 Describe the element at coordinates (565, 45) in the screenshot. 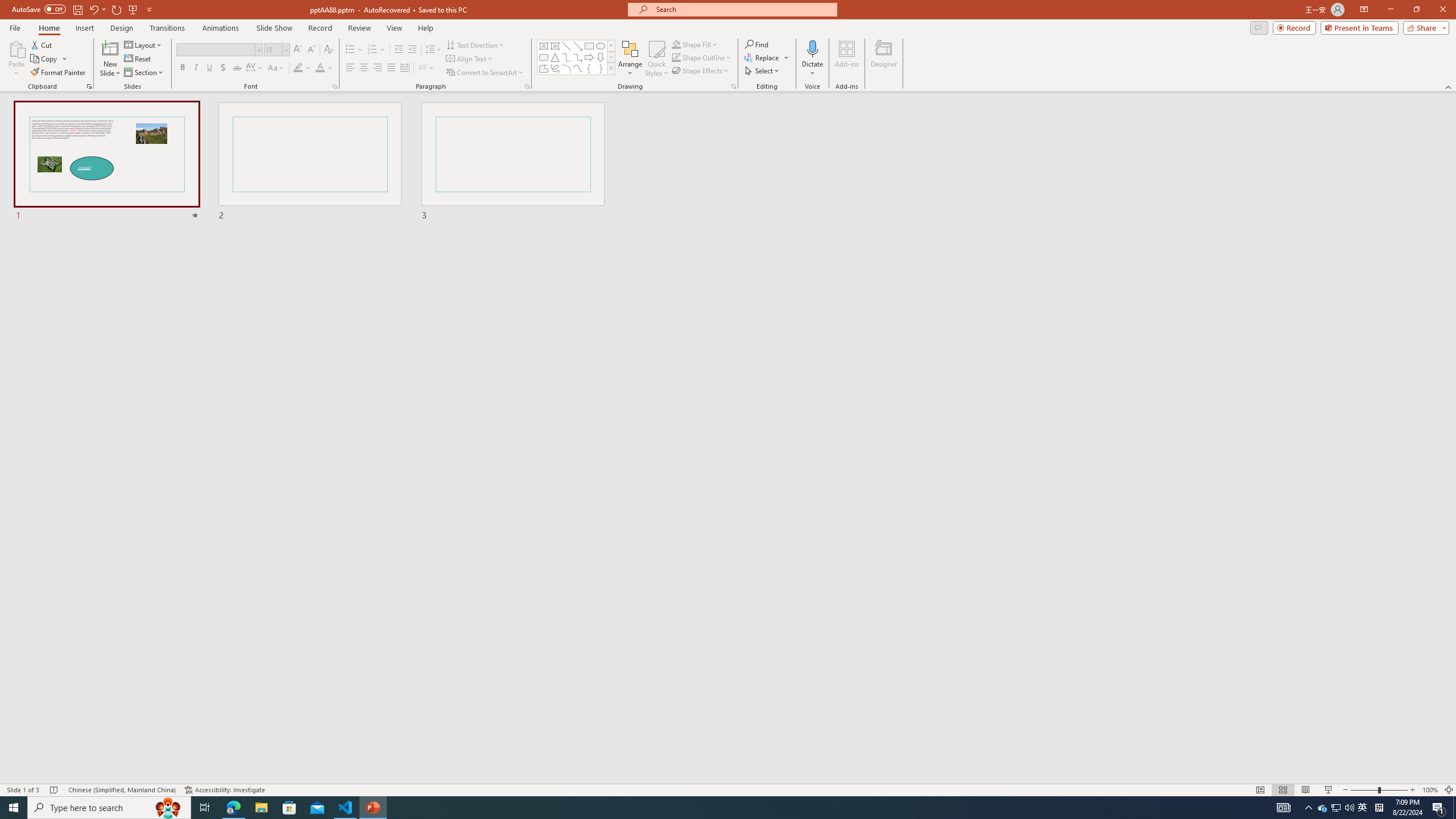

I see `'Line'` at that location.